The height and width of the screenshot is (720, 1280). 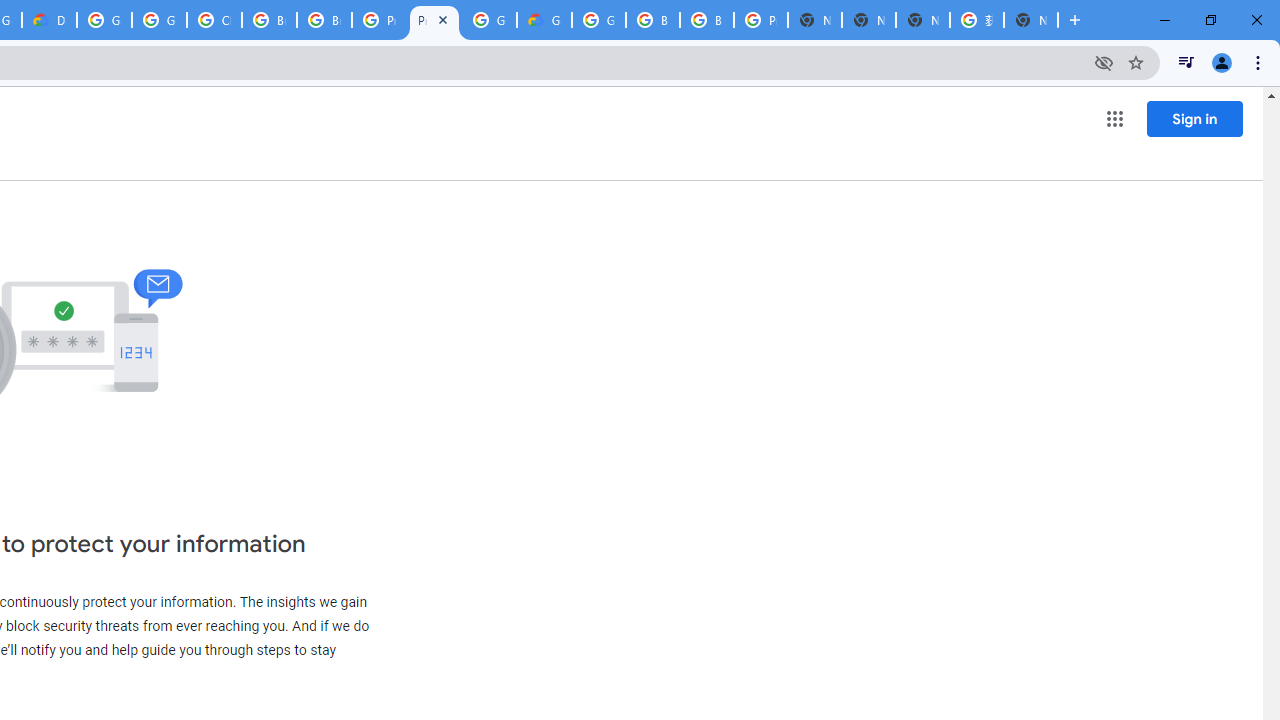 What do you see at coordinates (441, 19) in the screenshot?
I see `'Close'` at bounding box center [441, 19].